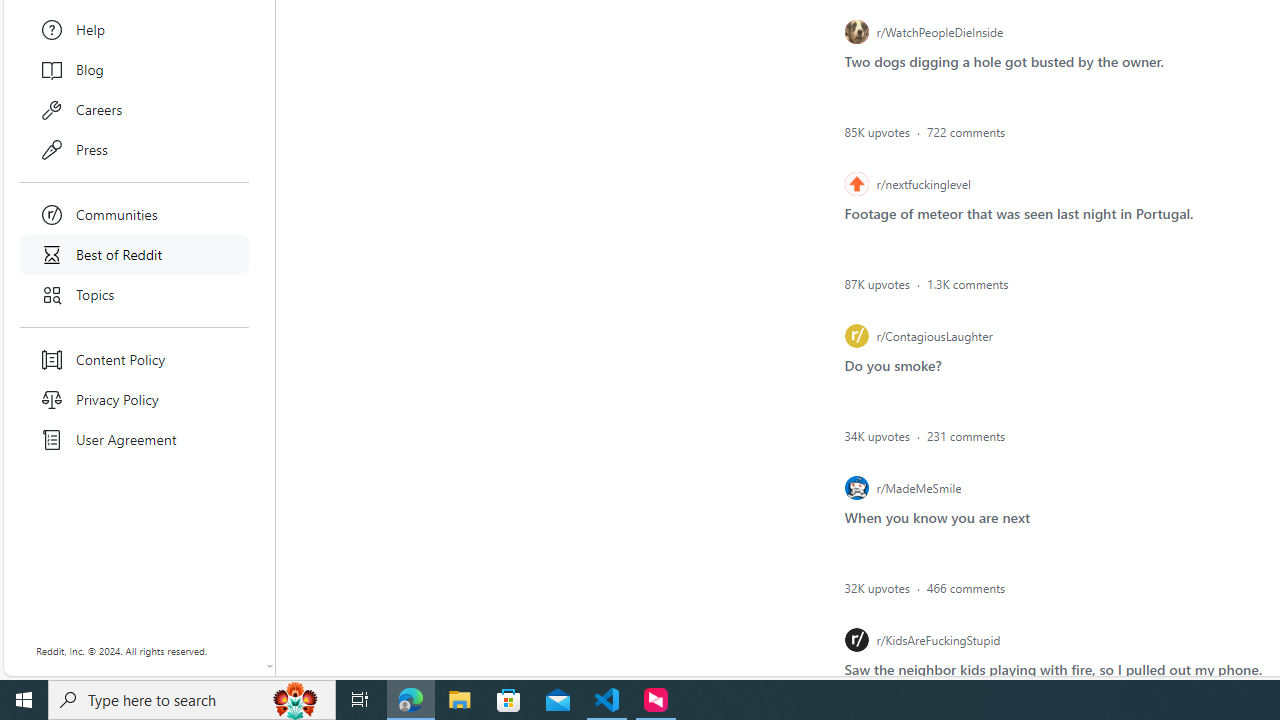 Image resolution: width=1280 pixels, height=720 pixels. I want to click on 'Best of Reddit', so click(134, 253).